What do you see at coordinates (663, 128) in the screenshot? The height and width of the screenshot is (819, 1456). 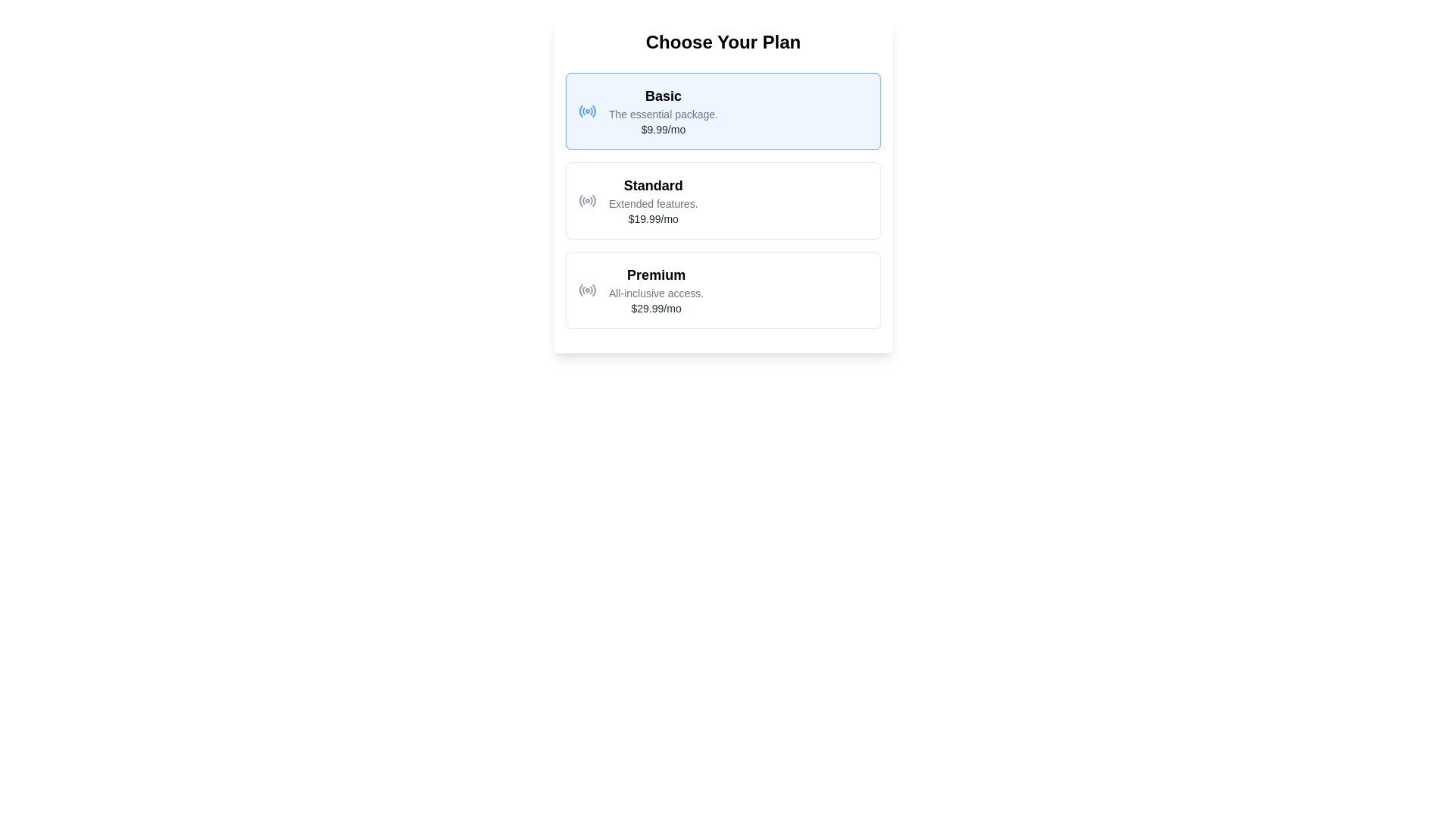 I see `the price label displaying the 'Basic' subscription plan, which is located beneath the subtitle 'The essential package.'` at bounding box center [663, 128].